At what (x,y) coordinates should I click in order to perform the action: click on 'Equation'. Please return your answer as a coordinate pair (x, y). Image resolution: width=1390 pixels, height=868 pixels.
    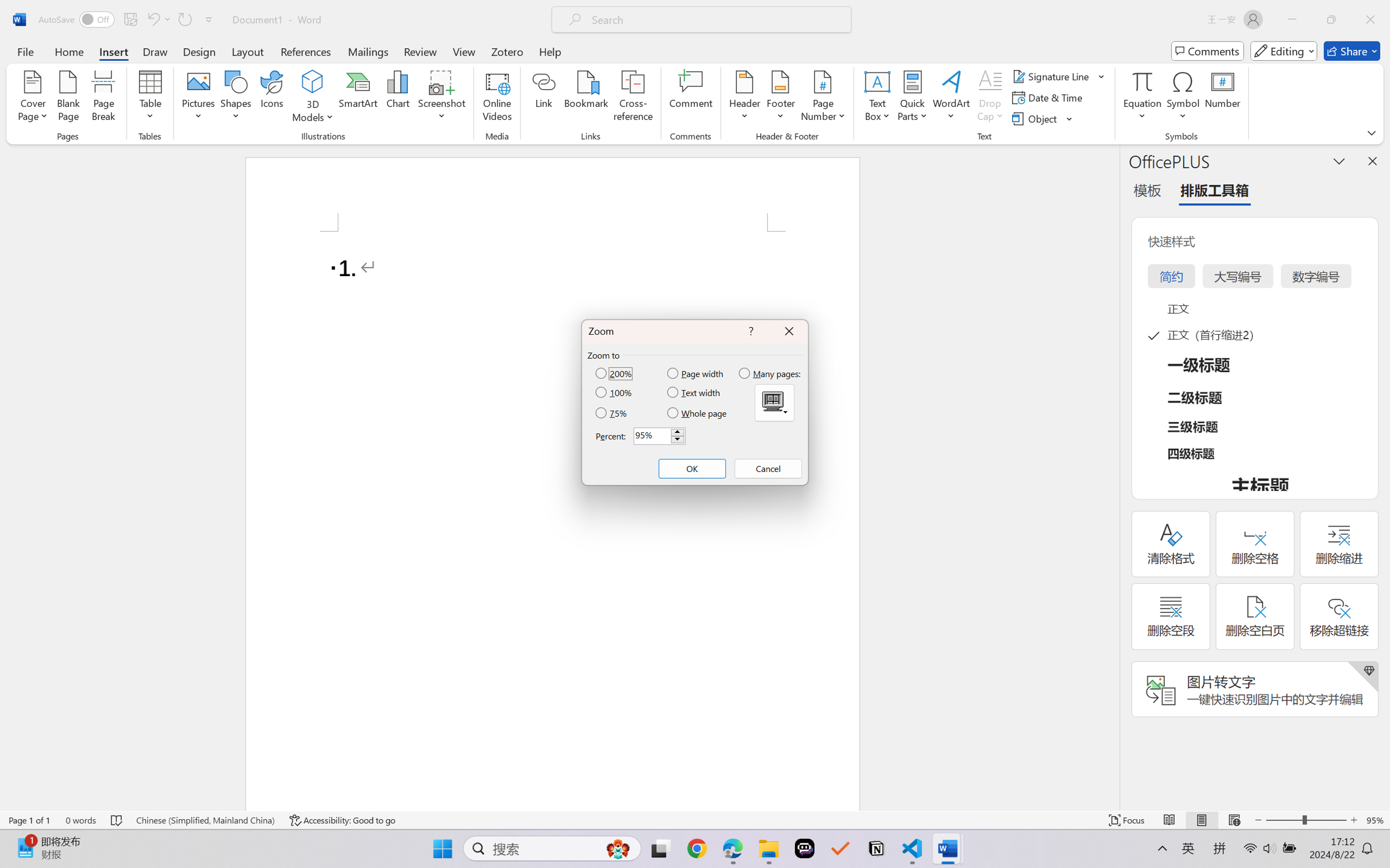
    Looking at the image, I should click on (1142, 98).